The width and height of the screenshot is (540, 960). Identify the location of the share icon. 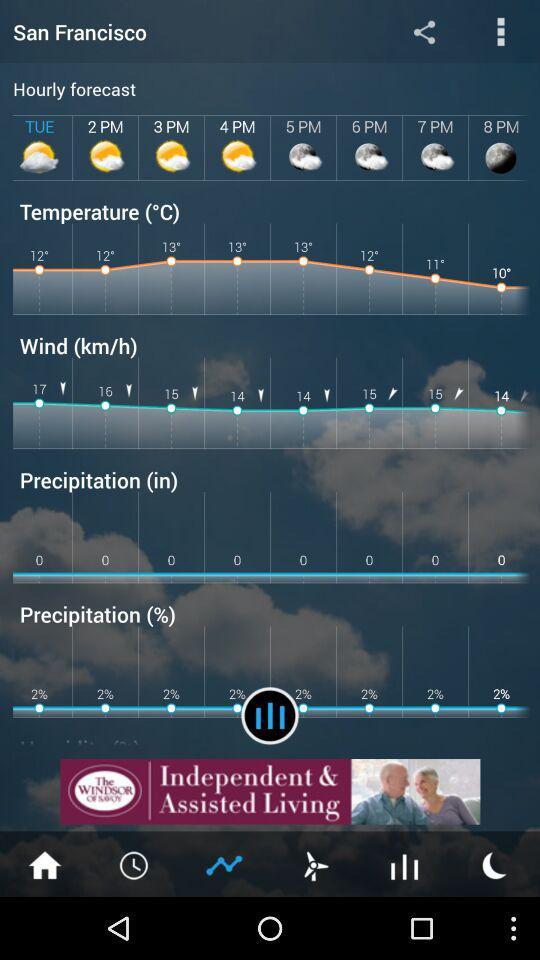
(423, 33).